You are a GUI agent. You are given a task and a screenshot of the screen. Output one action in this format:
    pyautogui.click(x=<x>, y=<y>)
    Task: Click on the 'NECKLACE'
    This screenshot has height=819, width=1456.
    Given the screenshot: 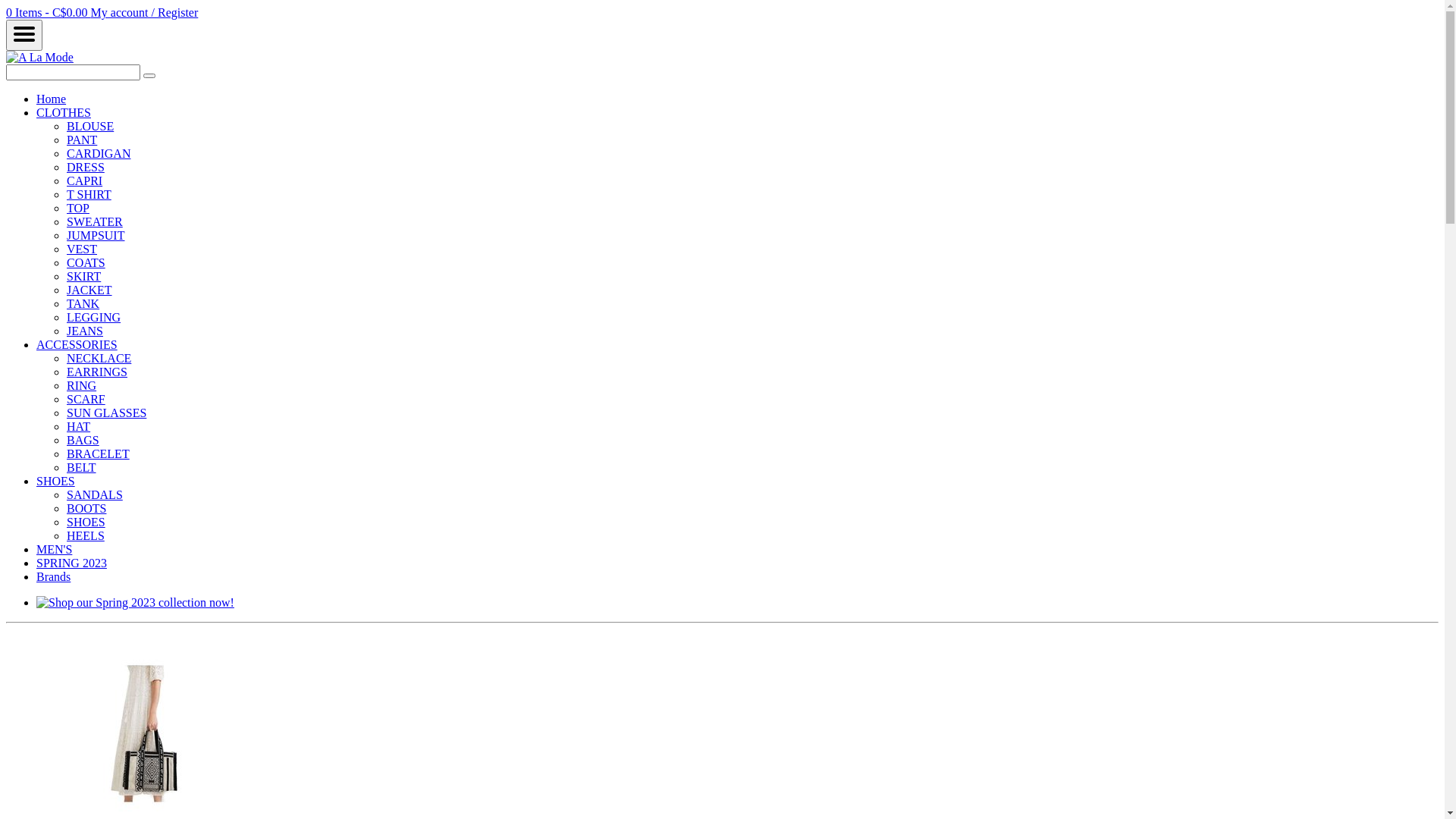 What is the action you would take?
    pyautogui.click(x=98, y=358)
    